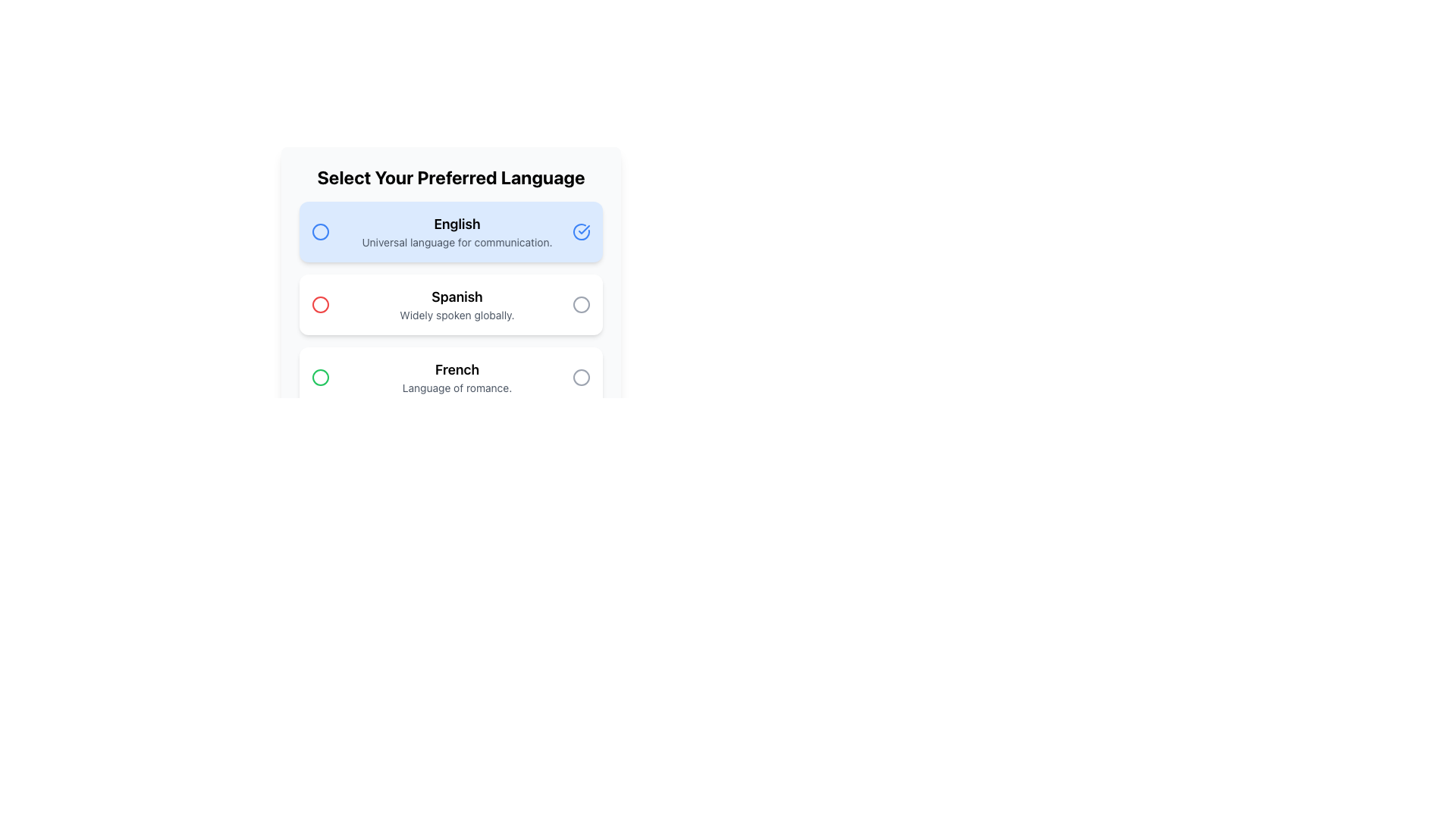 This screenshot has width=1456, height=819. What do you see at coordinates (457, 224) in the screenshot?
I see `the static text element representing the 'English' option, which is the title of the first section in a vertically stacked list, highlighted in blue` at bounding box center [457, 224].